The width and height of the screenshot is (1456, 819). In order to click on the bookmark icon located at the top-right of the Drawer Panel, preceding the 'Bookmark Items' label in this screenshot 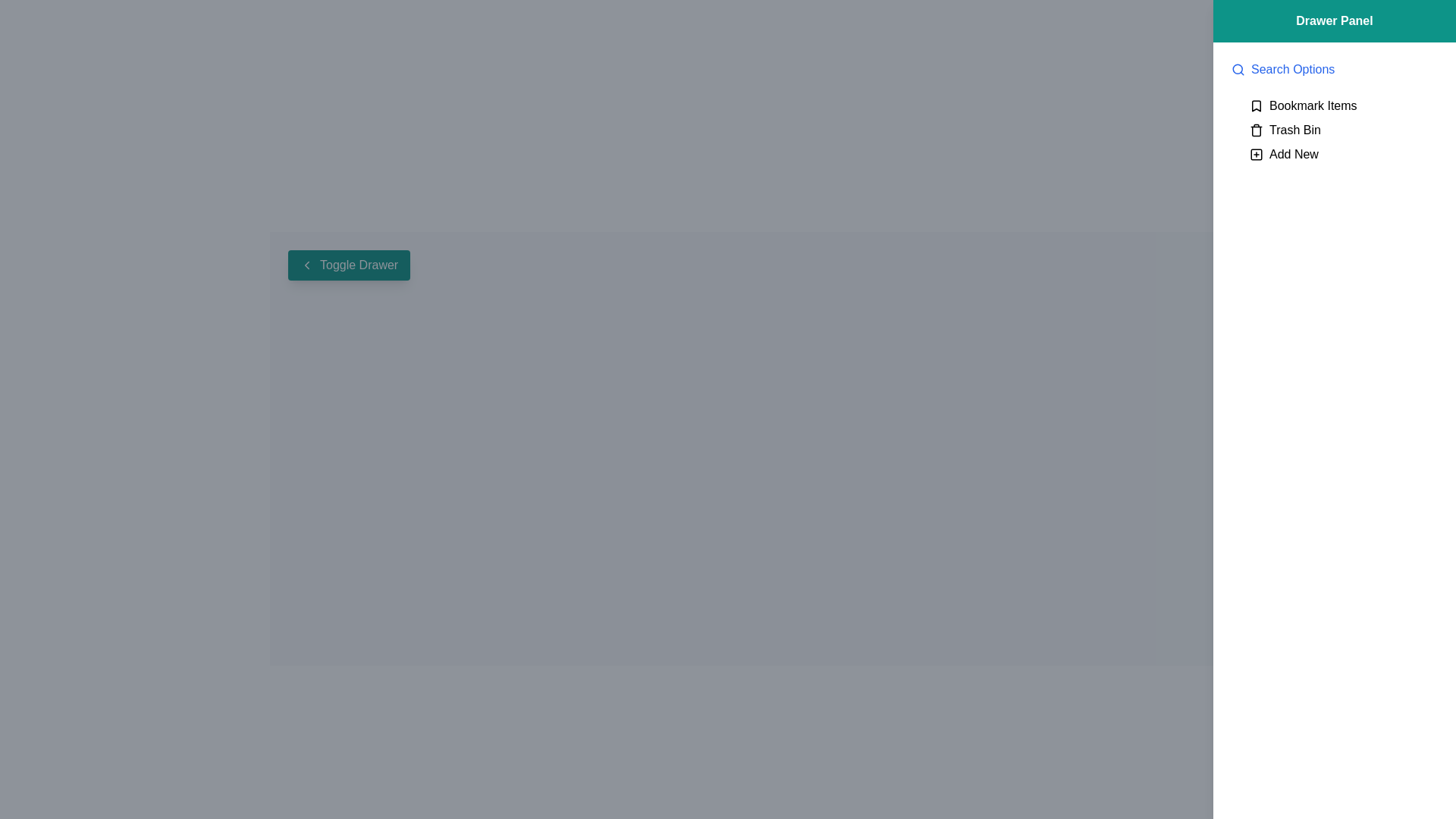, I will do `click(1256, 105)`.